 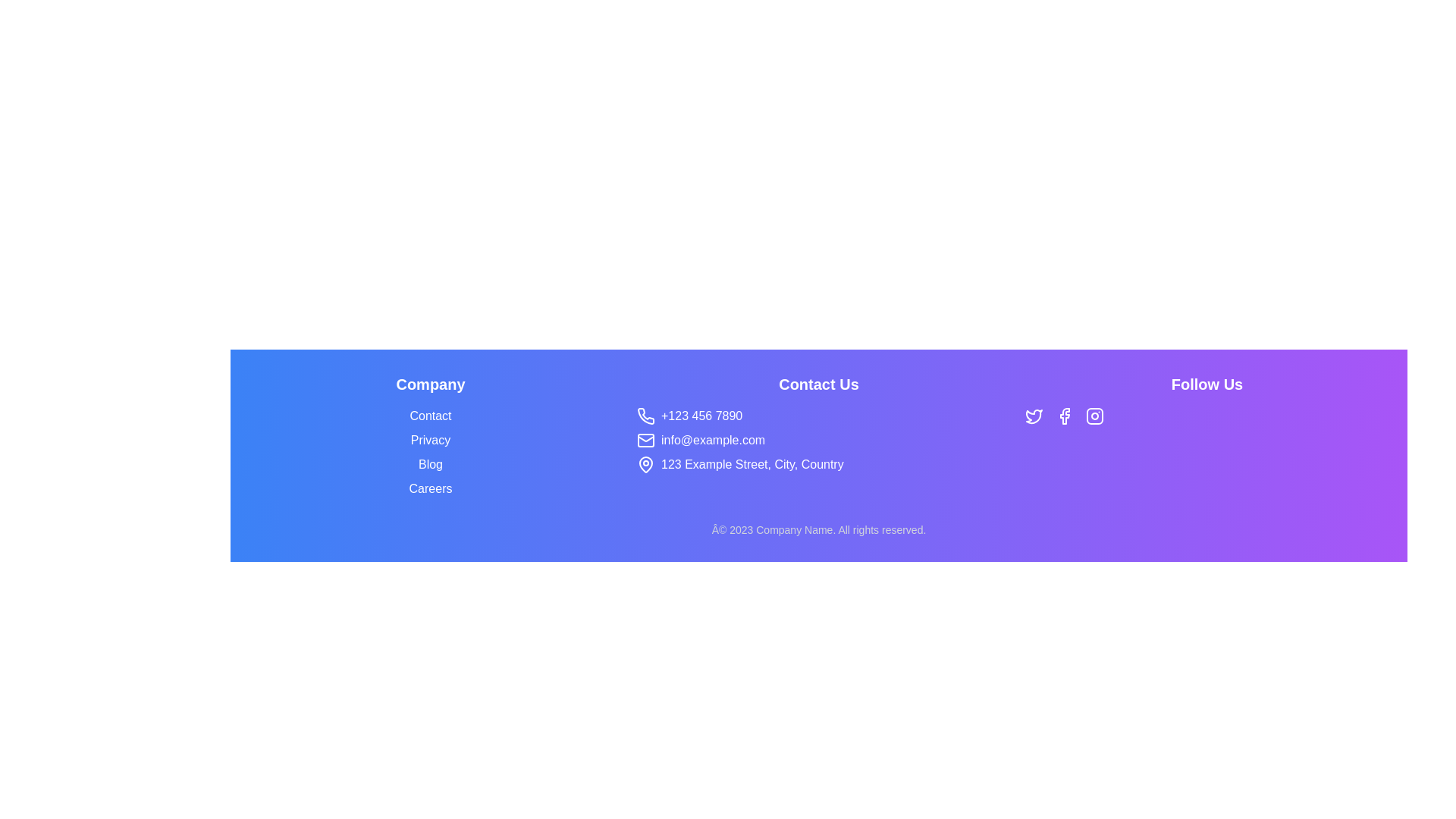 I want to click on the 'Blog' hyperlink in the 'Company' list in the footer to trigger the underlining effect, so click(x=429, y=463).